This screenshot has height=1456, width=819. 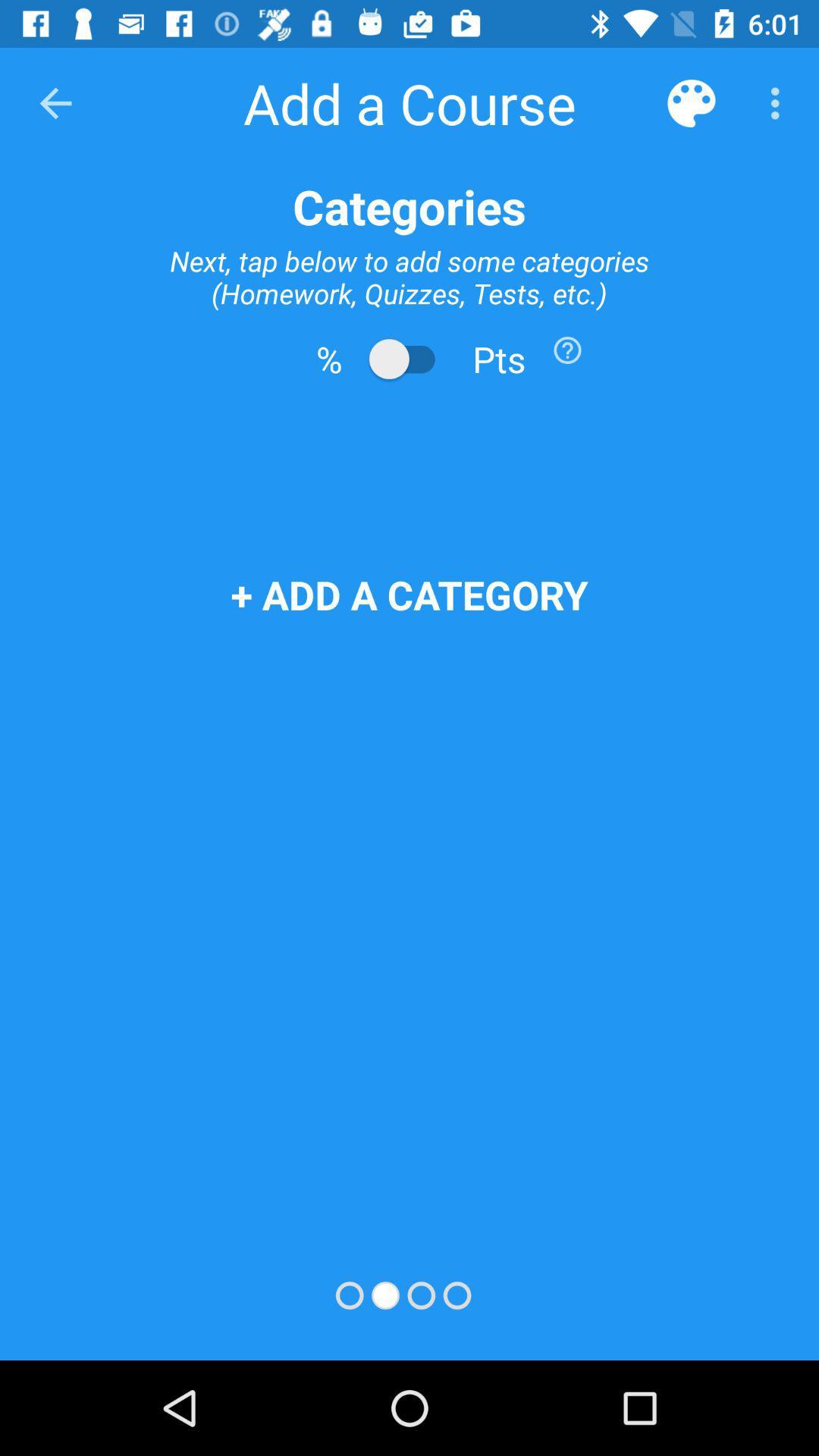 I want to click on icon below the next tap below icon, so click(x=567, y=349).